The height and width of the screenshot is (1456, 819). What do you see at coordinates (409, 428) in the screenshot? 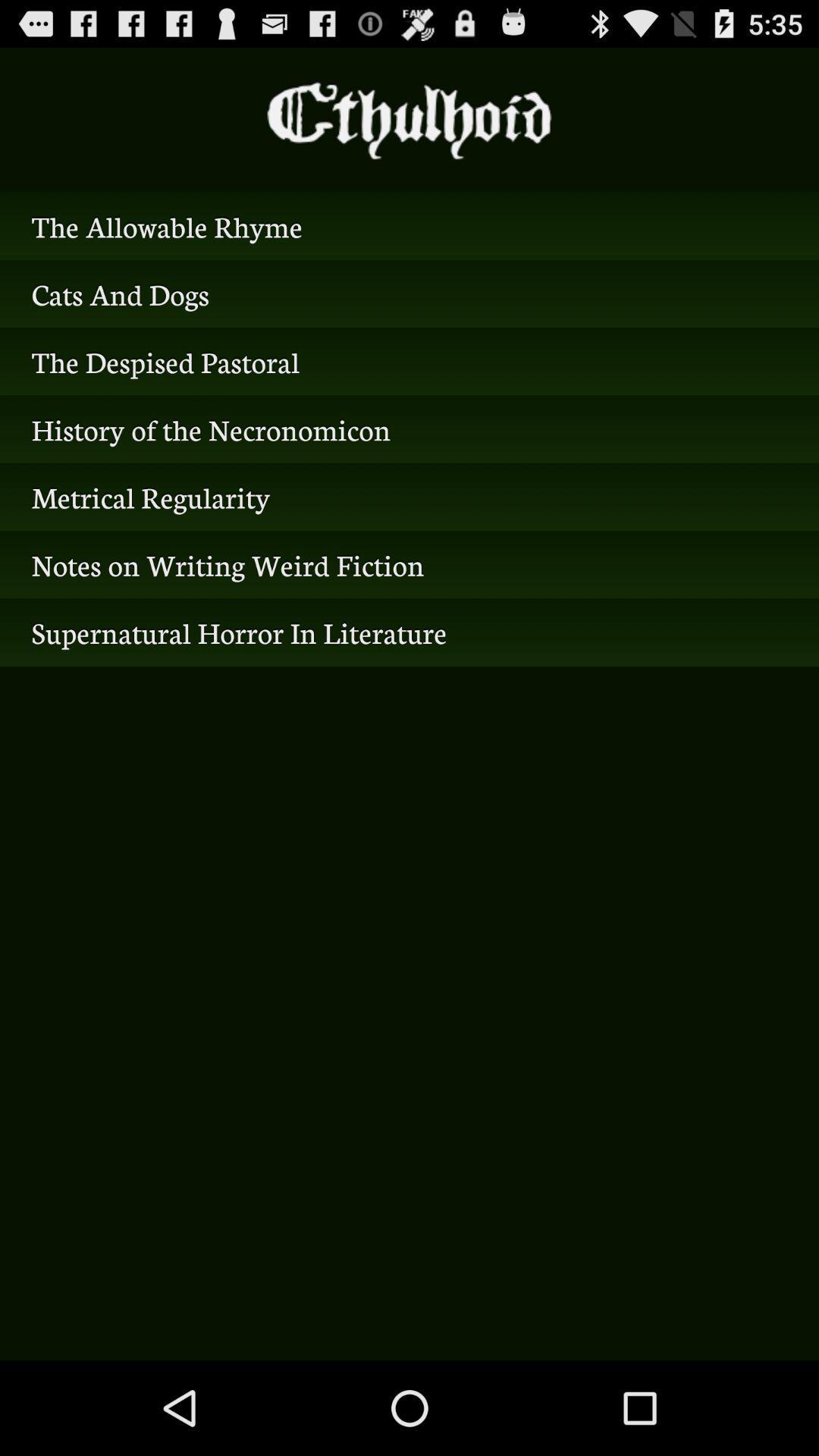
I see `item below the despised pastoral` at bounding box center [409, 428].